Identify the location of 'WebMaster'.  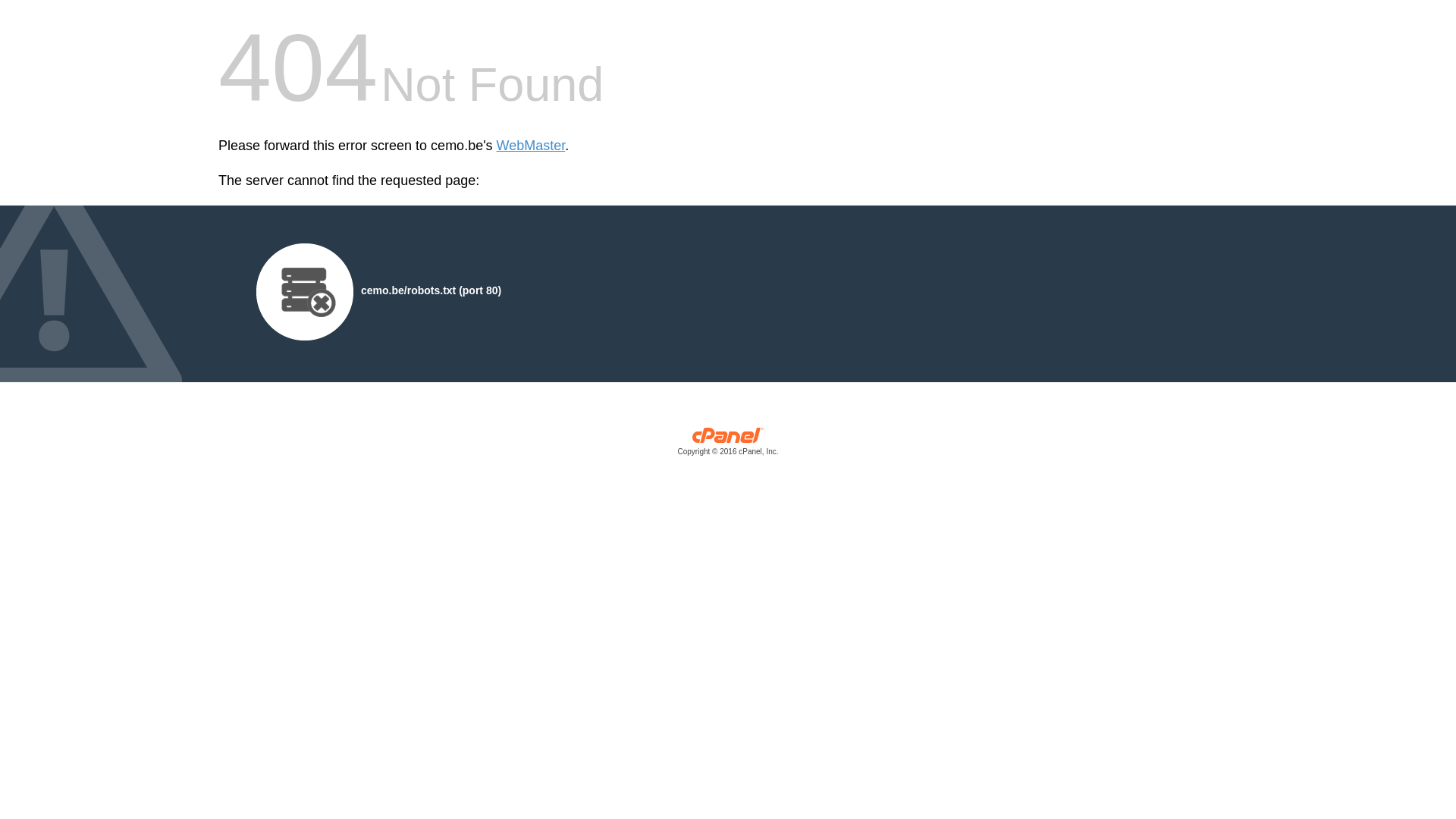
(531, 146).